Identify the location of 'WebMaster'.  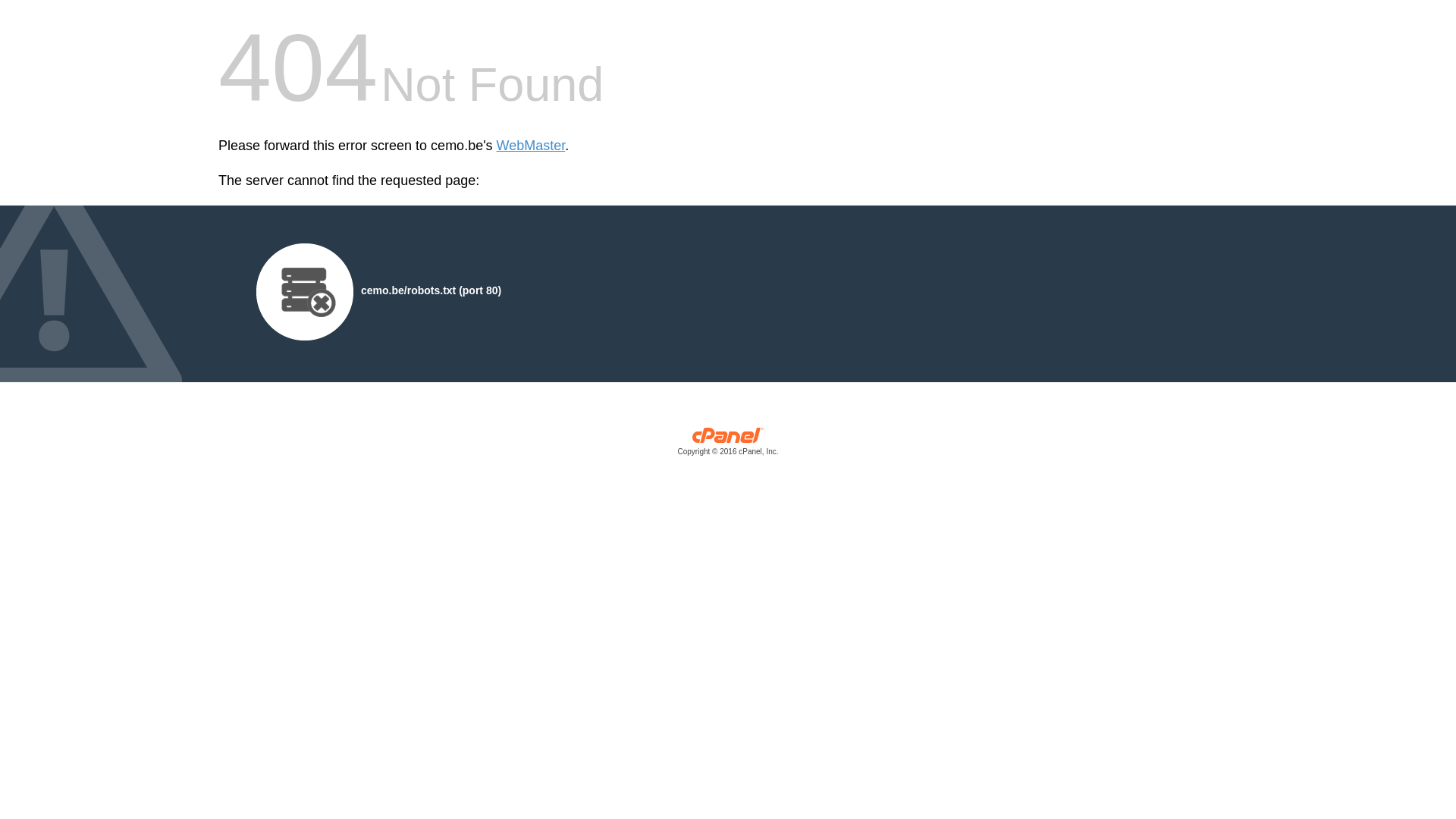
(531, 146).